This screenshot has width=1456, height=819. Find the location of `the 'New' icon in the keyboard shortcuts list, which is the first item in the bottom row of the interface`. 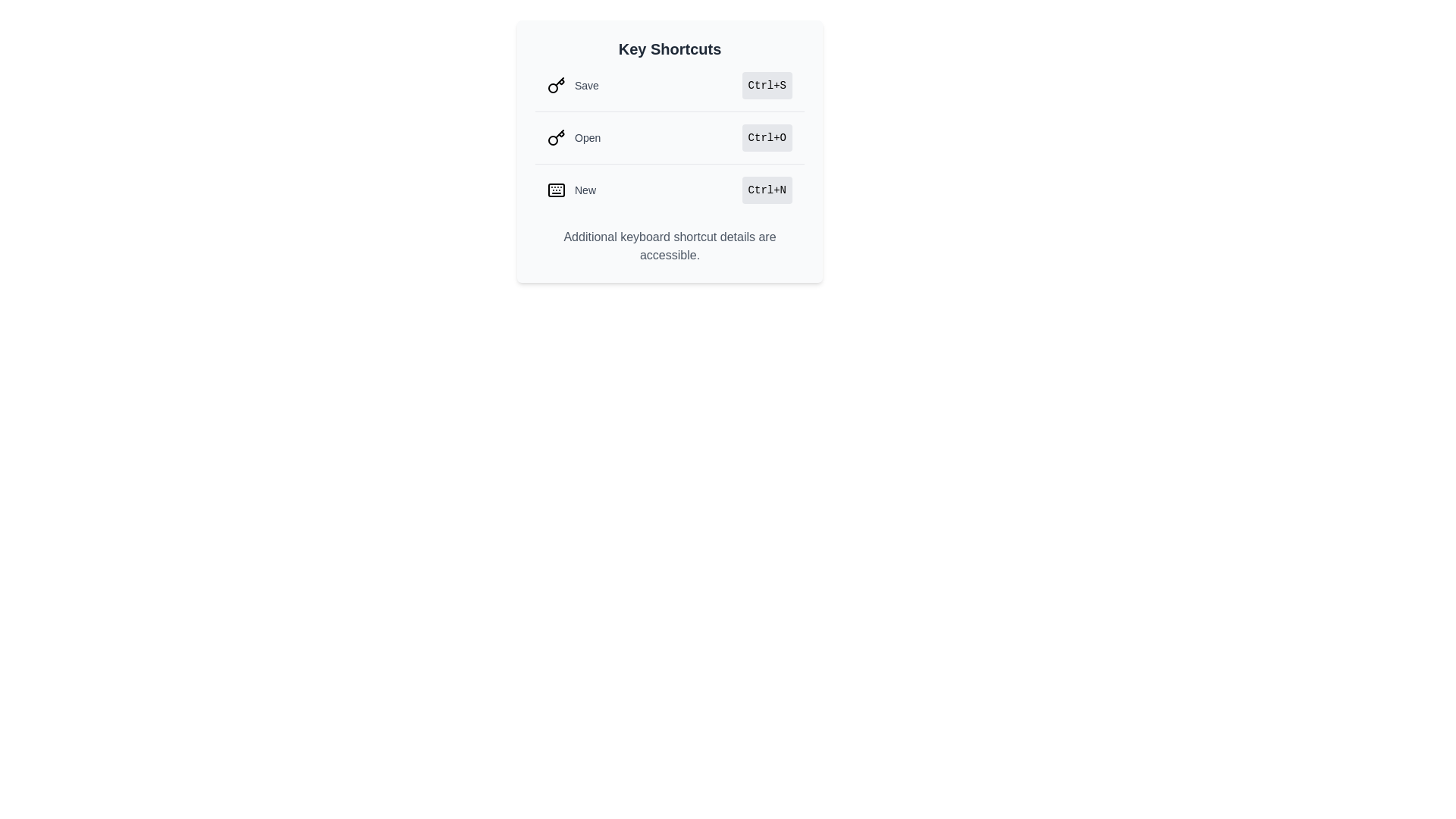

the 'New' icon in the keyboard shortcuts list, which is the first item in the bottom row of the interface is located at coordinates (556, 189).